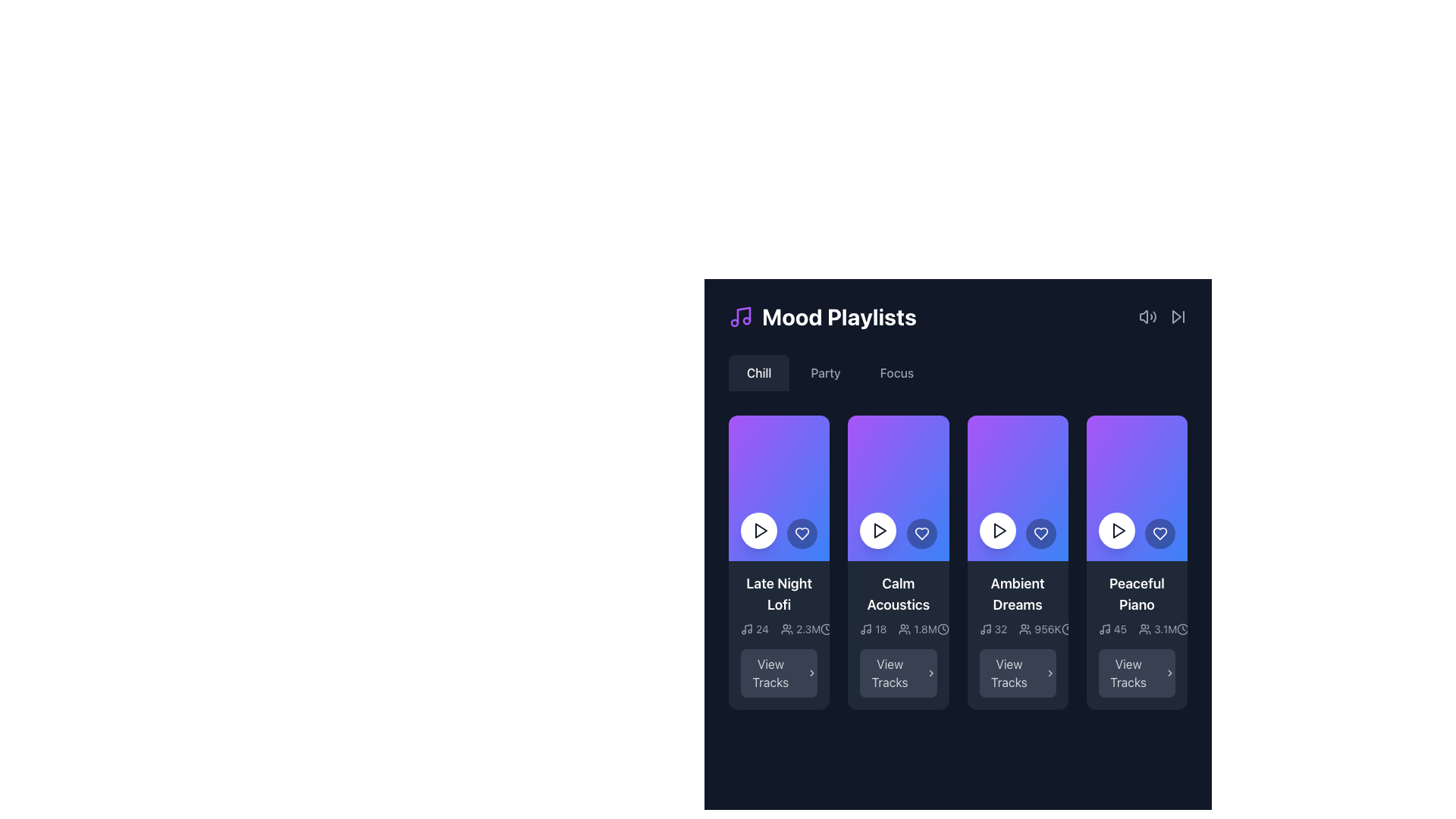 The height and width of the screenshot is (819, 1456). Describe the element at coordinates (1137, 672) in the screenshot. I see `the button located in the bottom section of the 'Peaceful Piano' playlist card` at that location.